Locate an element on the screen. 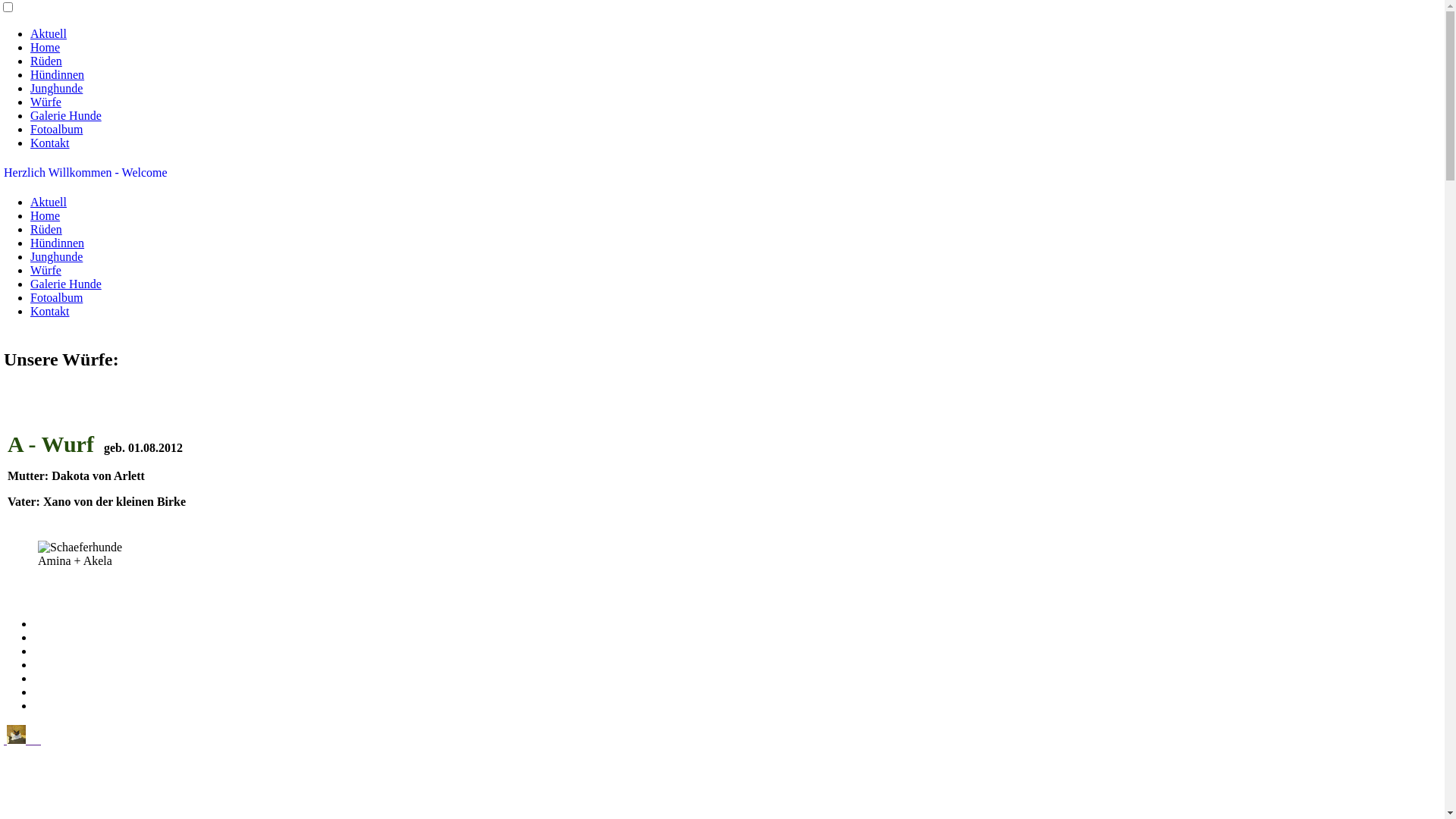  'Home' is located at coordinates (45, 215).